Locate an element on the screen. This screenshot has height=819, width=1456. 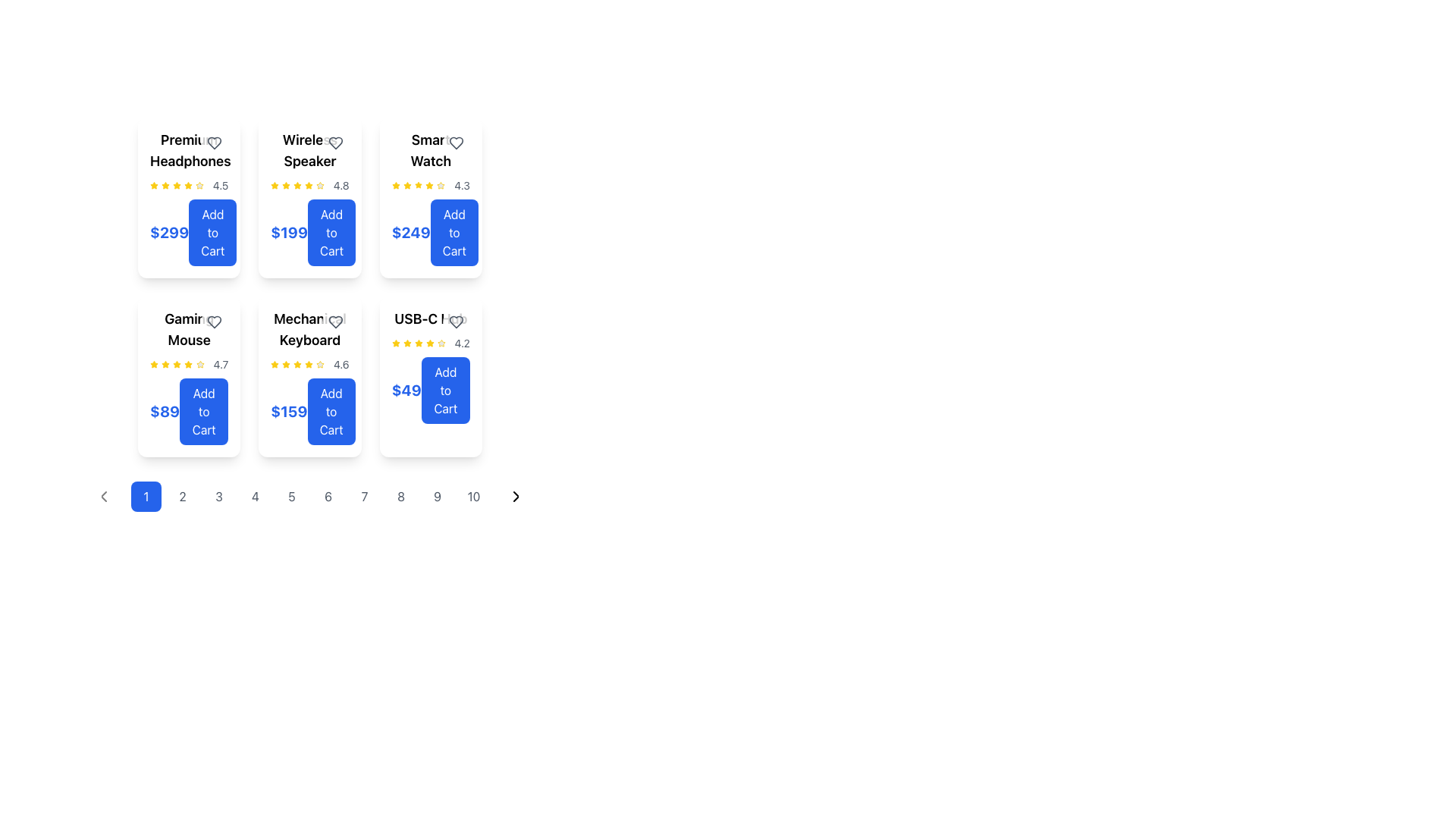
the fifth star icon in the rating section for the 'USB-C Hub' item to interact with it is located at coordinates (396, 343).